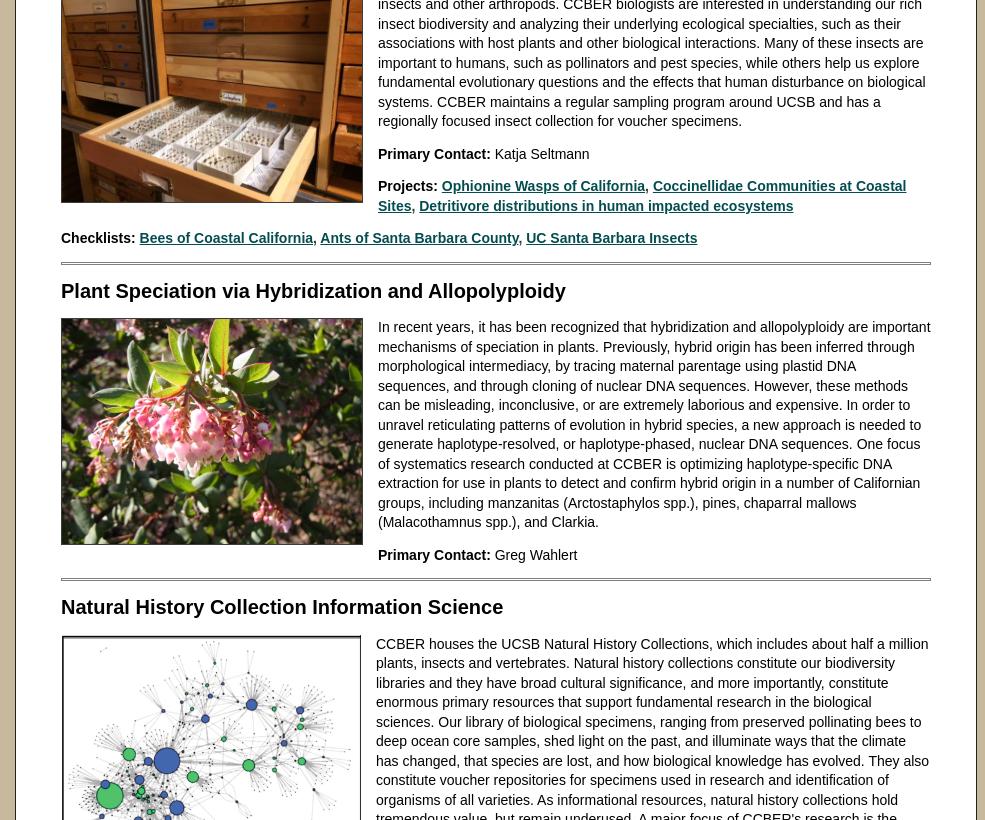 The height and width of the screenshot is (820, 985). What do you see at coordinates (439, 185) in the screenshot?
I see `'Ophionine Wasps of California'` at bounding box center [439, 185].